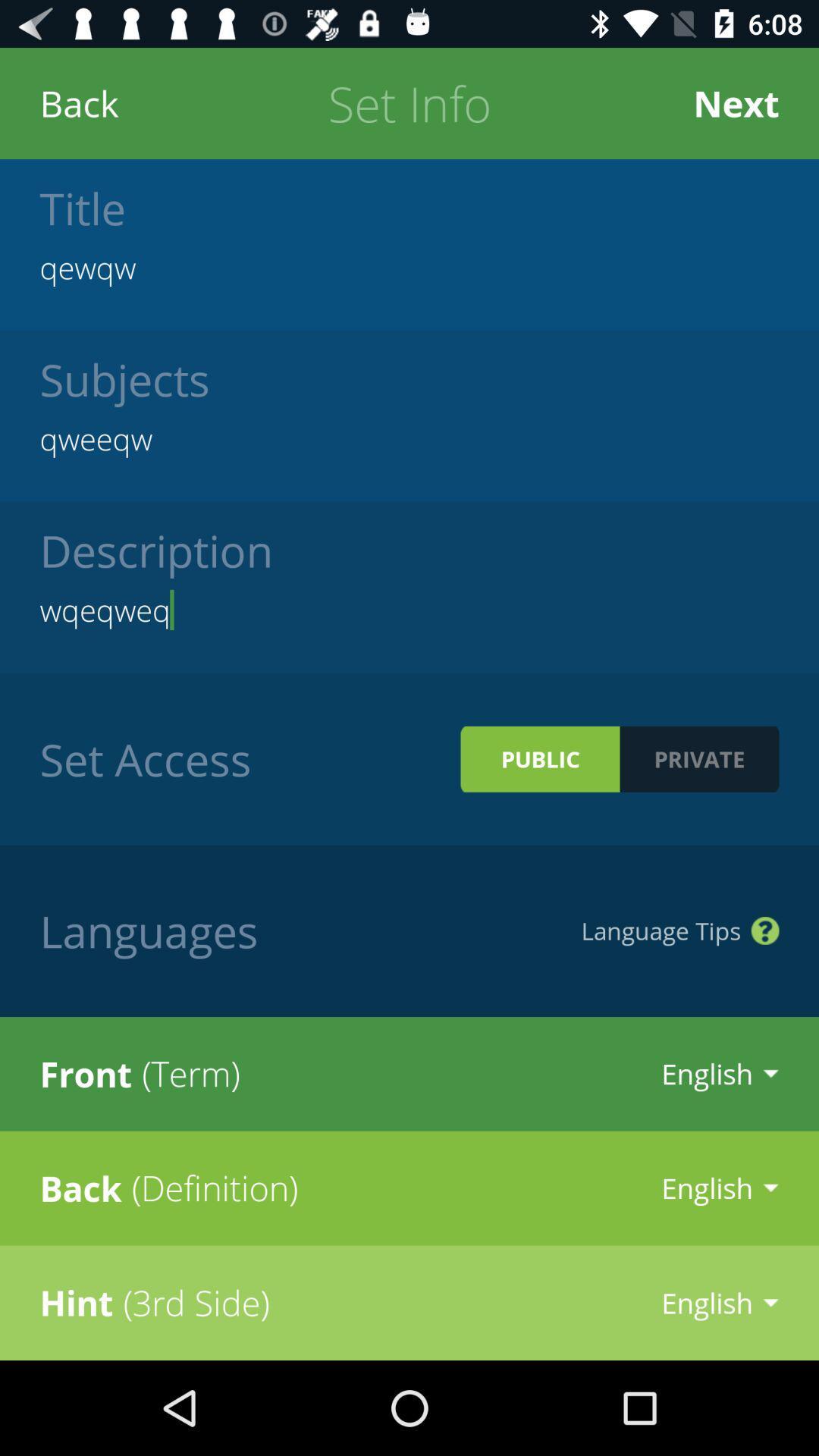  I want to click on item above the public icon, so click(409, 610).